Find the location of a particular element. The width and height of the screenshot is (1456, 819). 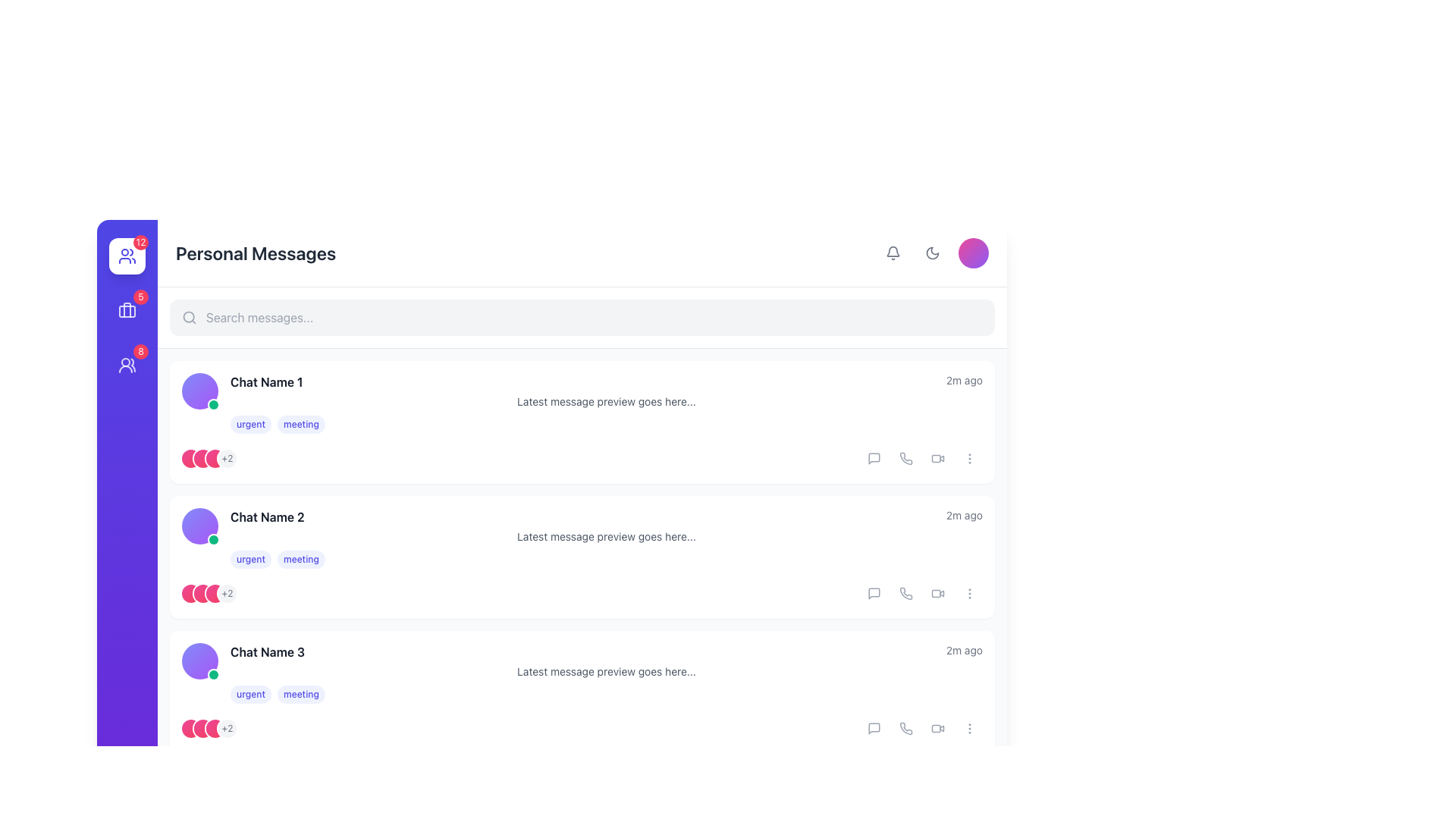

the vertical ellipsis icon, which consists of three vertically aligned dots, located in the interactive area at the far right of the second item in a vertical list is located at coordinates (968, 458).